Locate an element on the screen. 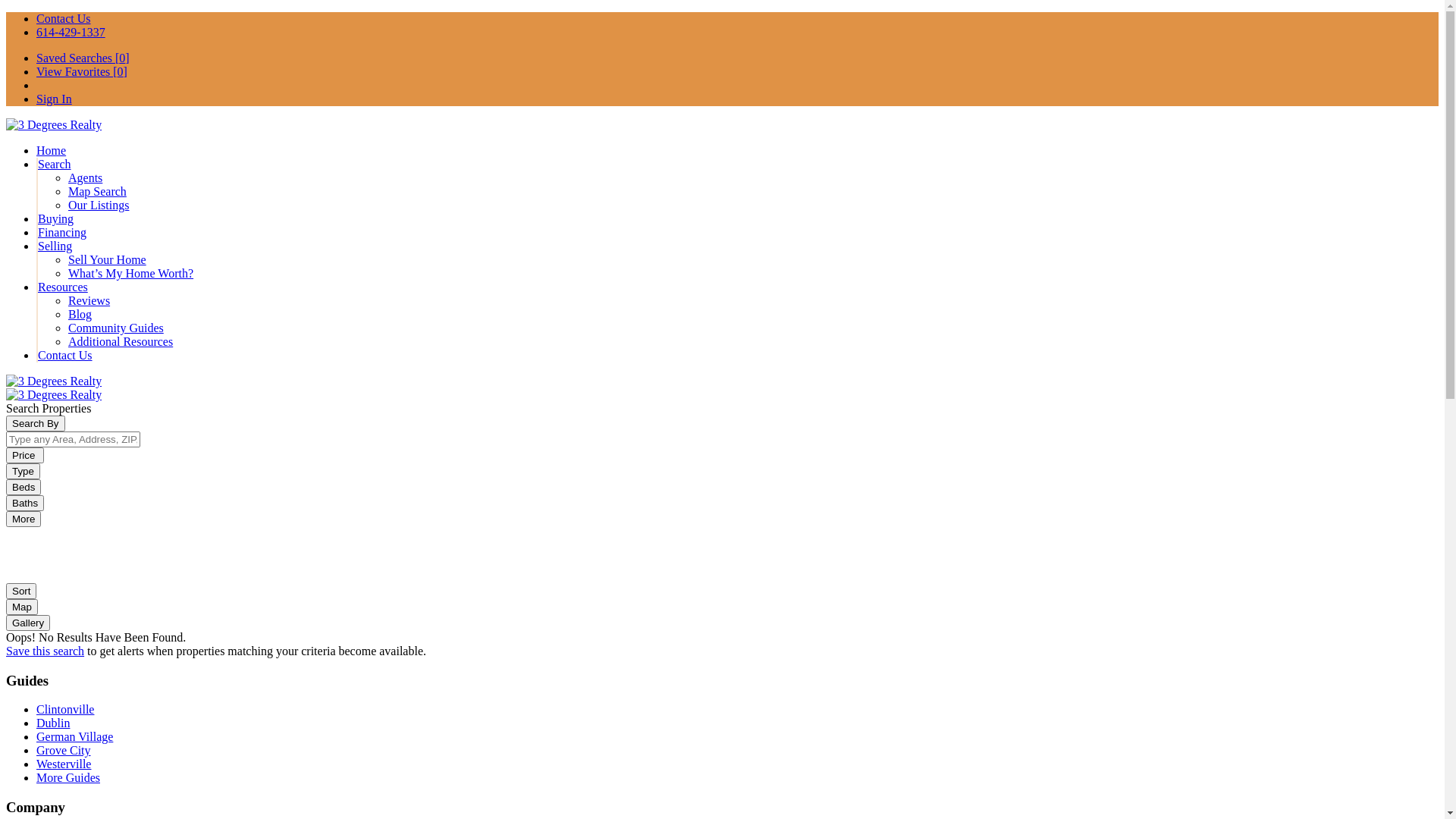  'Sort' is located at coordinates (21, 590).